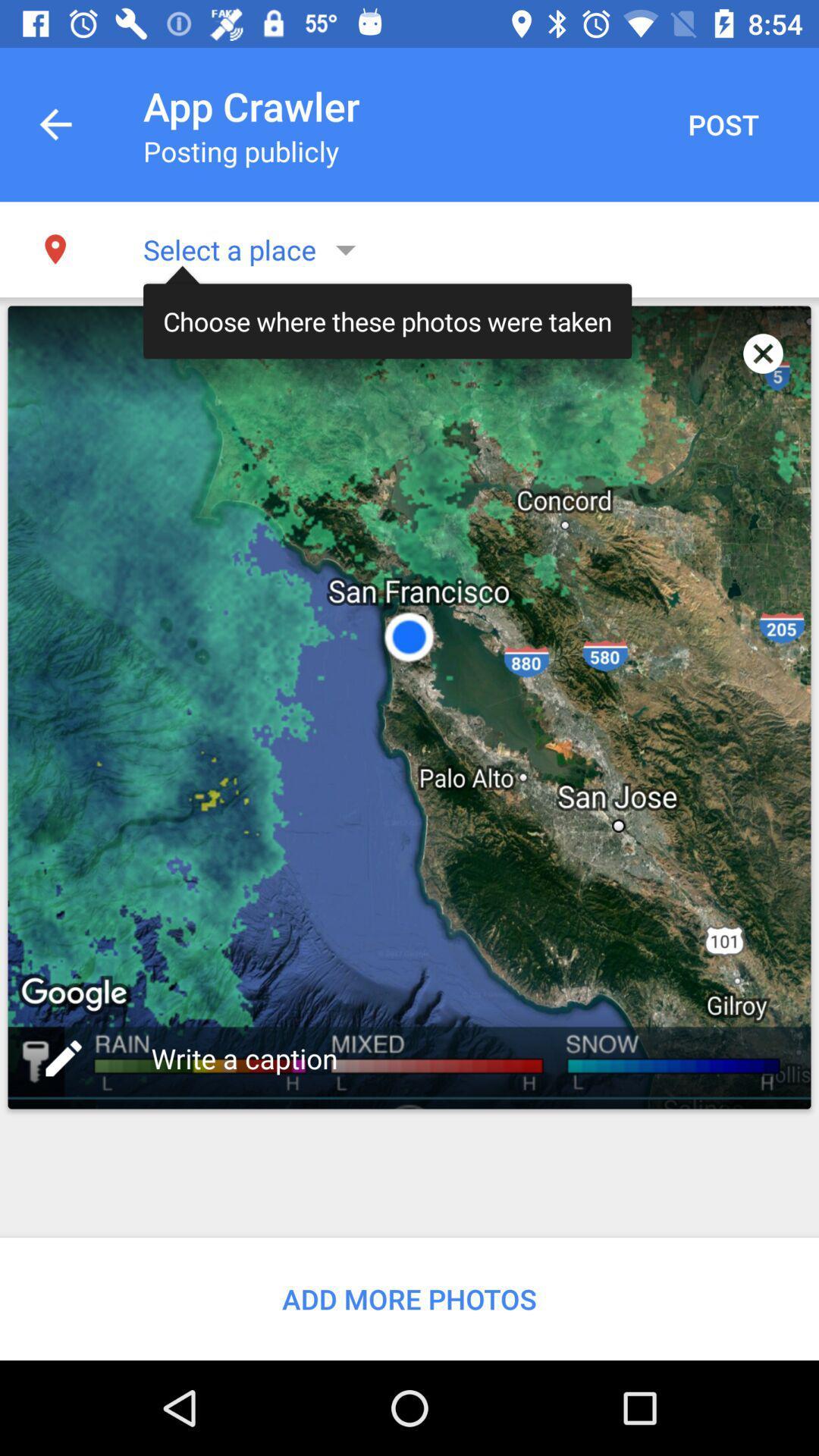 The height and width of the screenshot is (1456, 819). I want to click on icon to the left of the app crawler item, so click(55, 124).